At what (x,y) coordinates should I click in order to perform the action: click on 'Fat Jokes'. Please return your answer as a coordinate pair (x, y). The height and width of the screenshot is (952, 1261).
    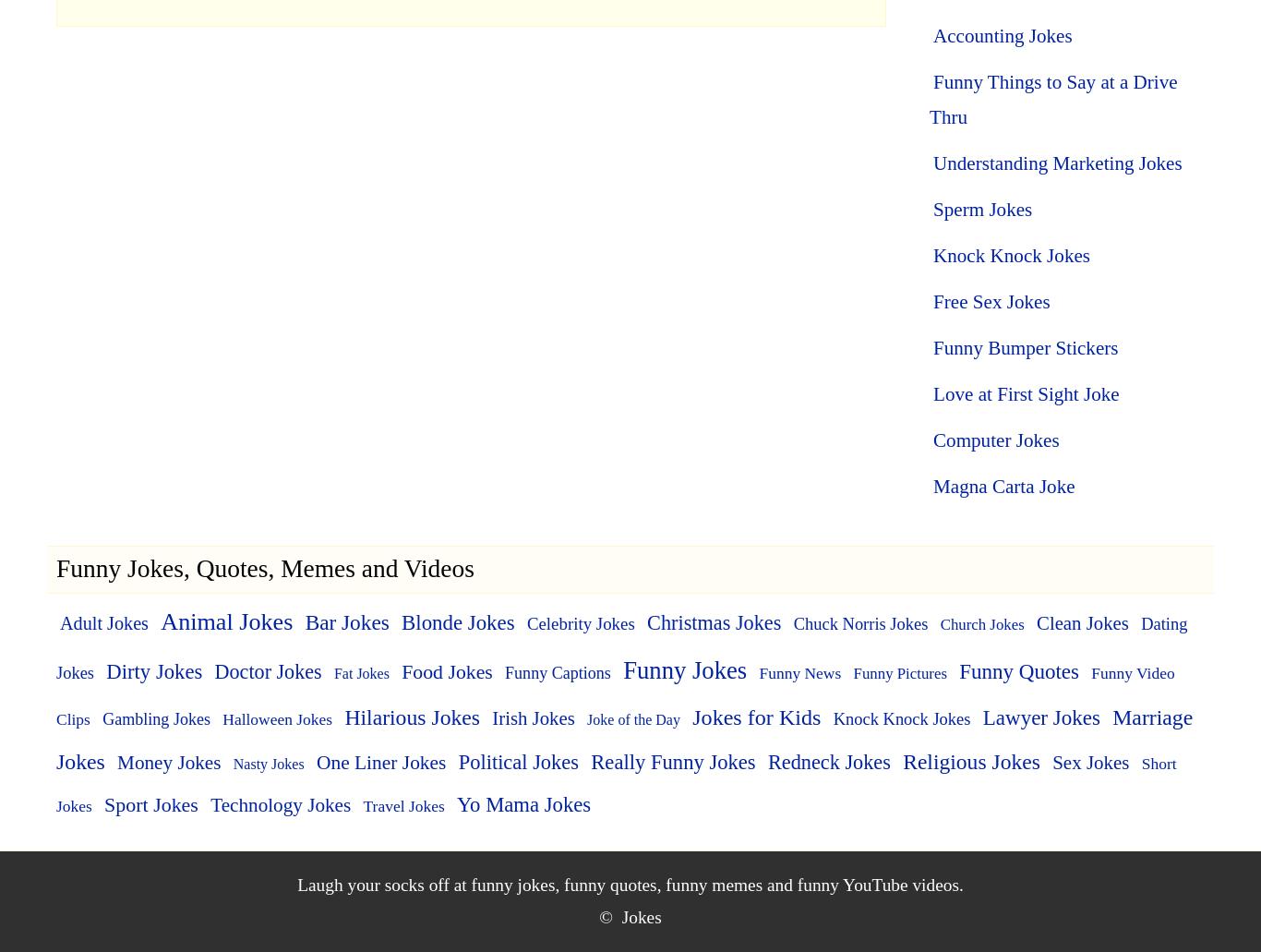
    Looking at the image, I should click on (359, 671).